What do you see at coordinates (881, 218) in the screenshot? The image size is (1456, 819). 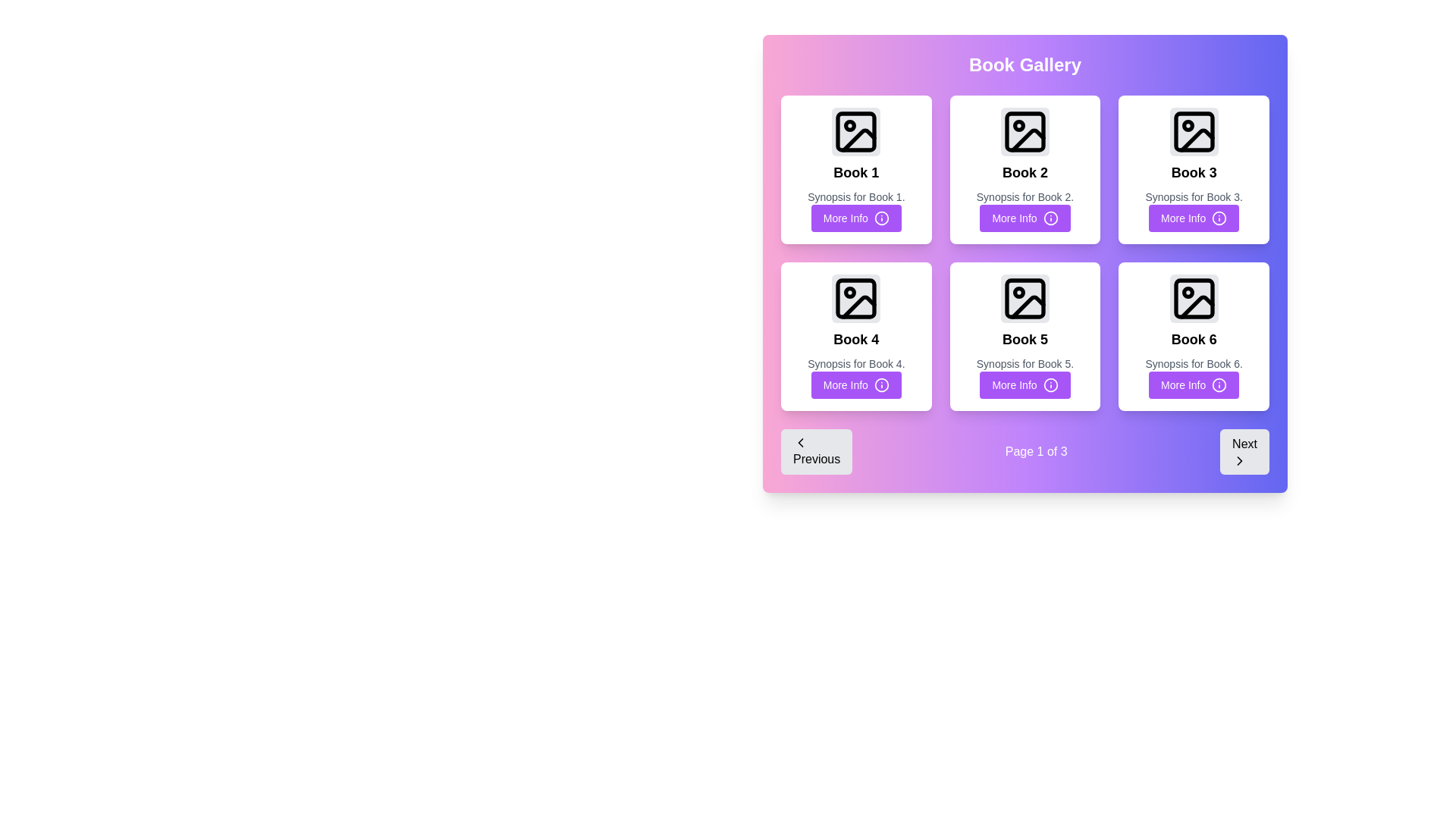 I see `the circular purple information icon with an 'i' symbol located to the right of the 'More Info' text button at the bottom of the 'Book 4' card` at bounding box center [881, 218].